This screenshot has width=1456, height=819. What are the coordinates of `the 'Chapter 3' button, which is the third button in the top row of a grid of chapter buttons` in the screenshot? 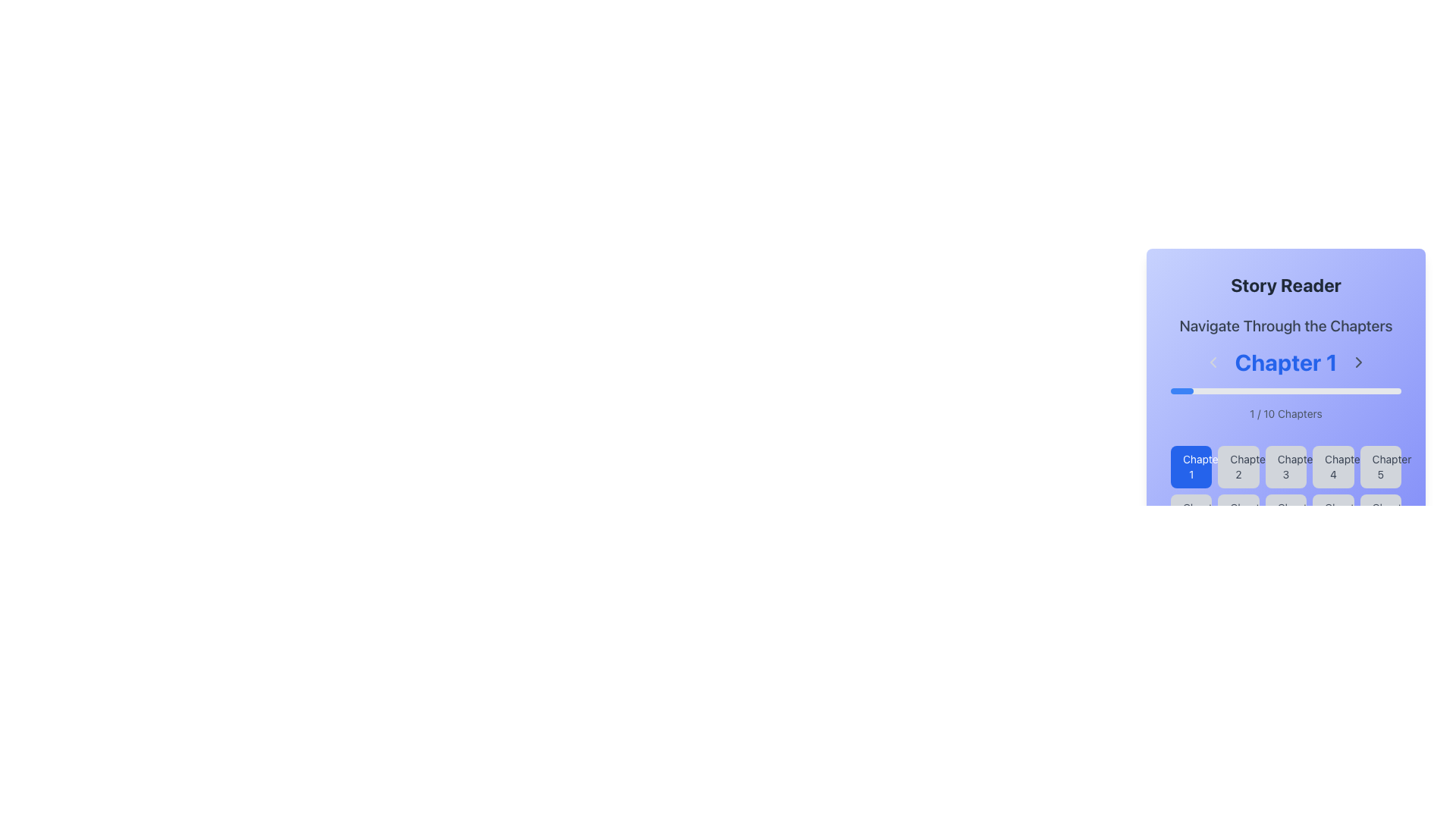 It's located at (1285, 491).